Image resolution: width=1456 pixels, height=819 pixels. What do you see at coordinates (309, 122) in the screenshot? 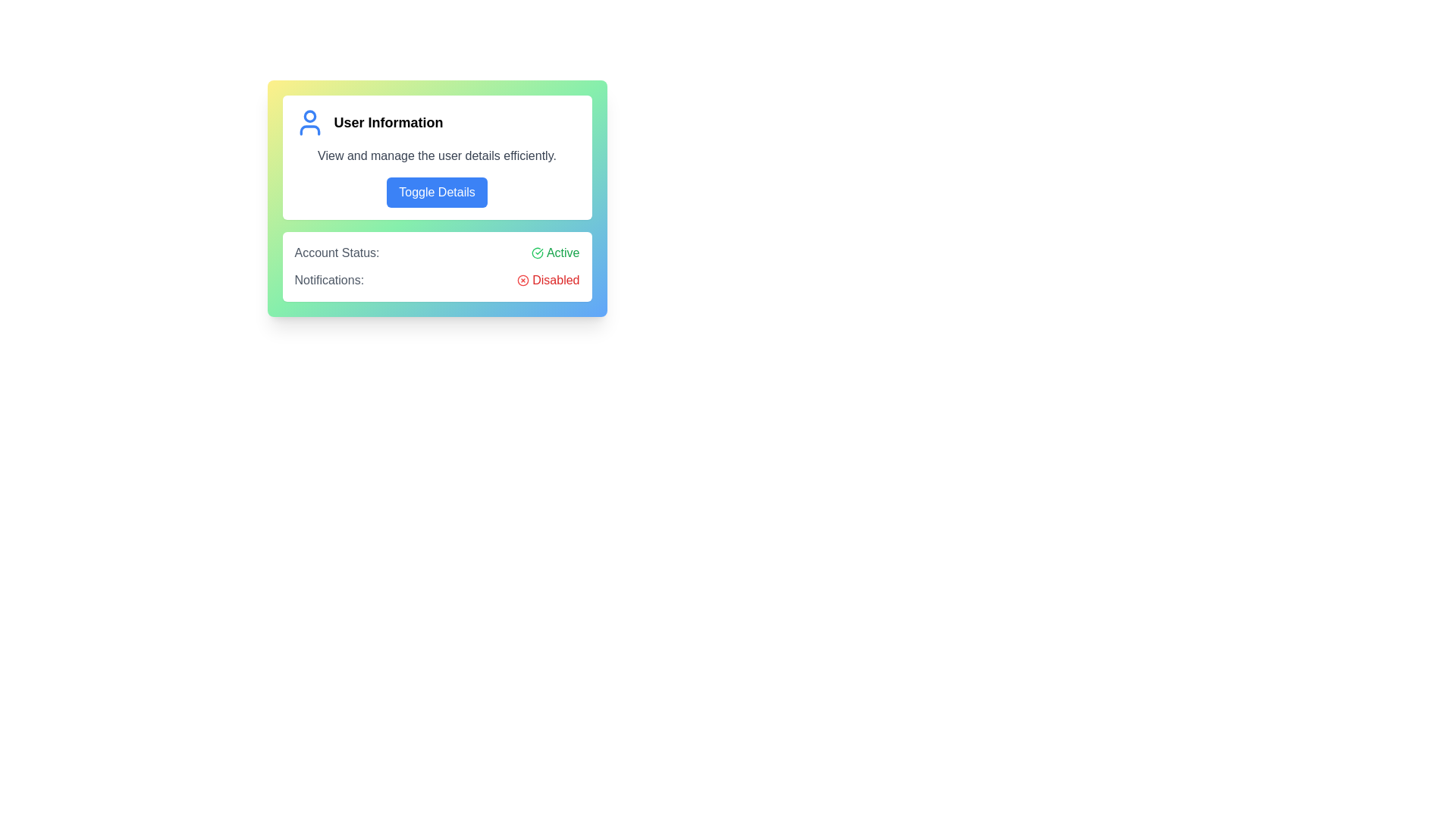
I see `the user profile icon, which is a vibrant blue icon representation of a user, located immediately to the left of the 'User Information' label` at bounding box center [309, 122].